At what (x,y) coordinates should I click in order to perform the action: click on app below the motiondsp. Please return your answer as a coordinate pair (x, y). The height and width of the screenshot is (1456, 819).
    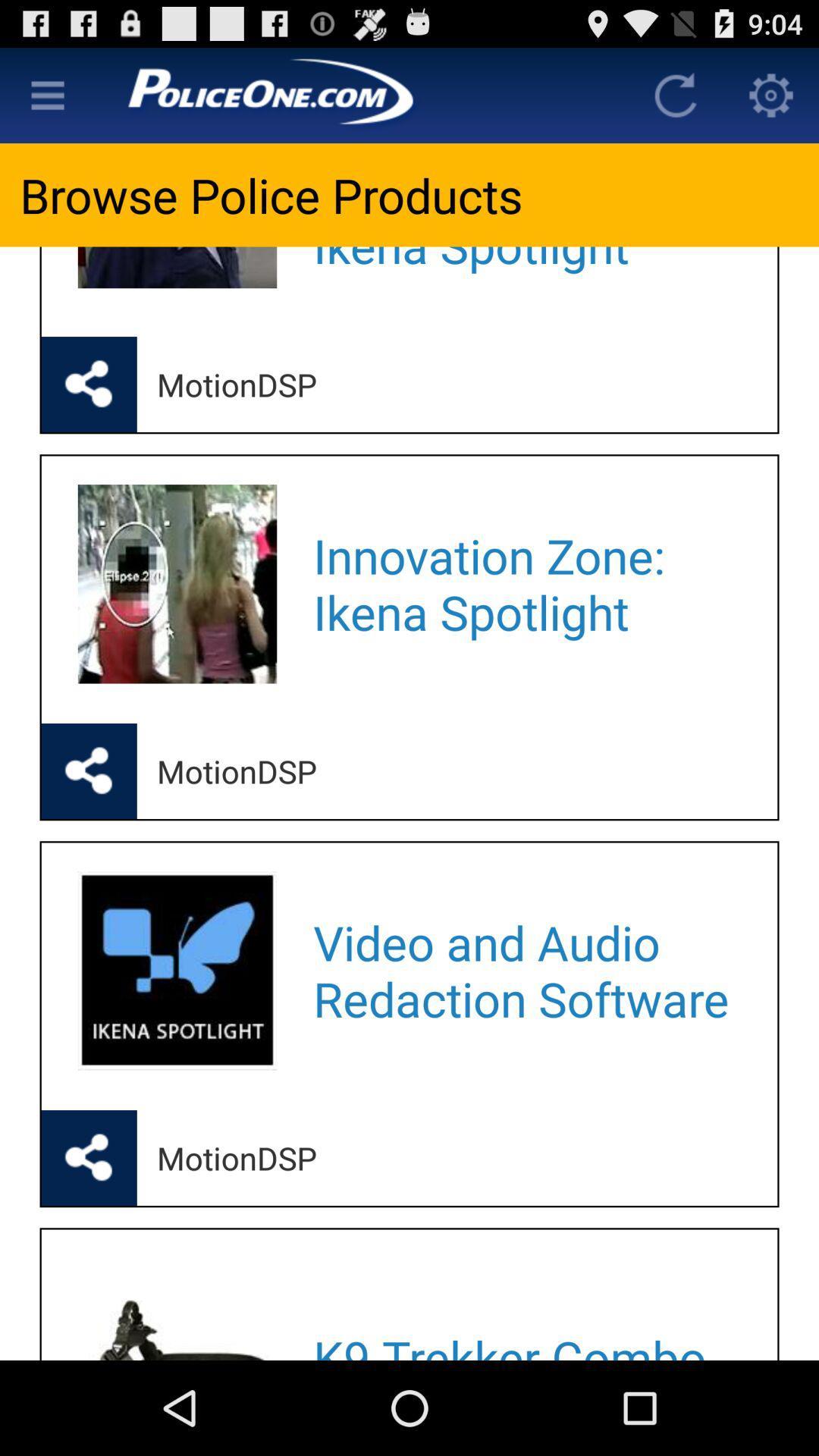
    Looking at the image, I should click on (525, 583).